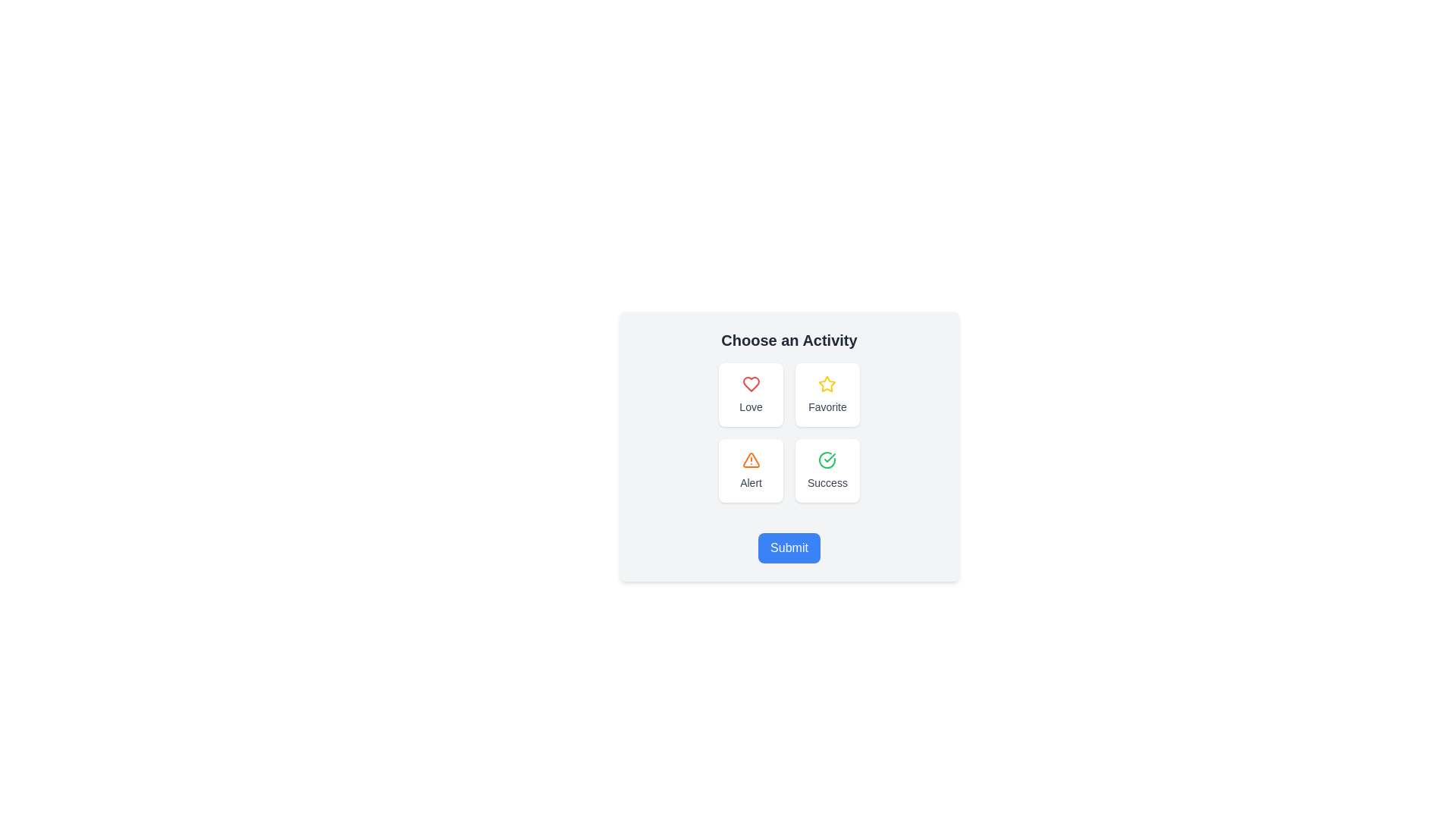 The image size is (1456, 819). I want to click on the uppermost part of the triangular alert icon located in the bottom-left section of the four-button grid, so click(751, 459).